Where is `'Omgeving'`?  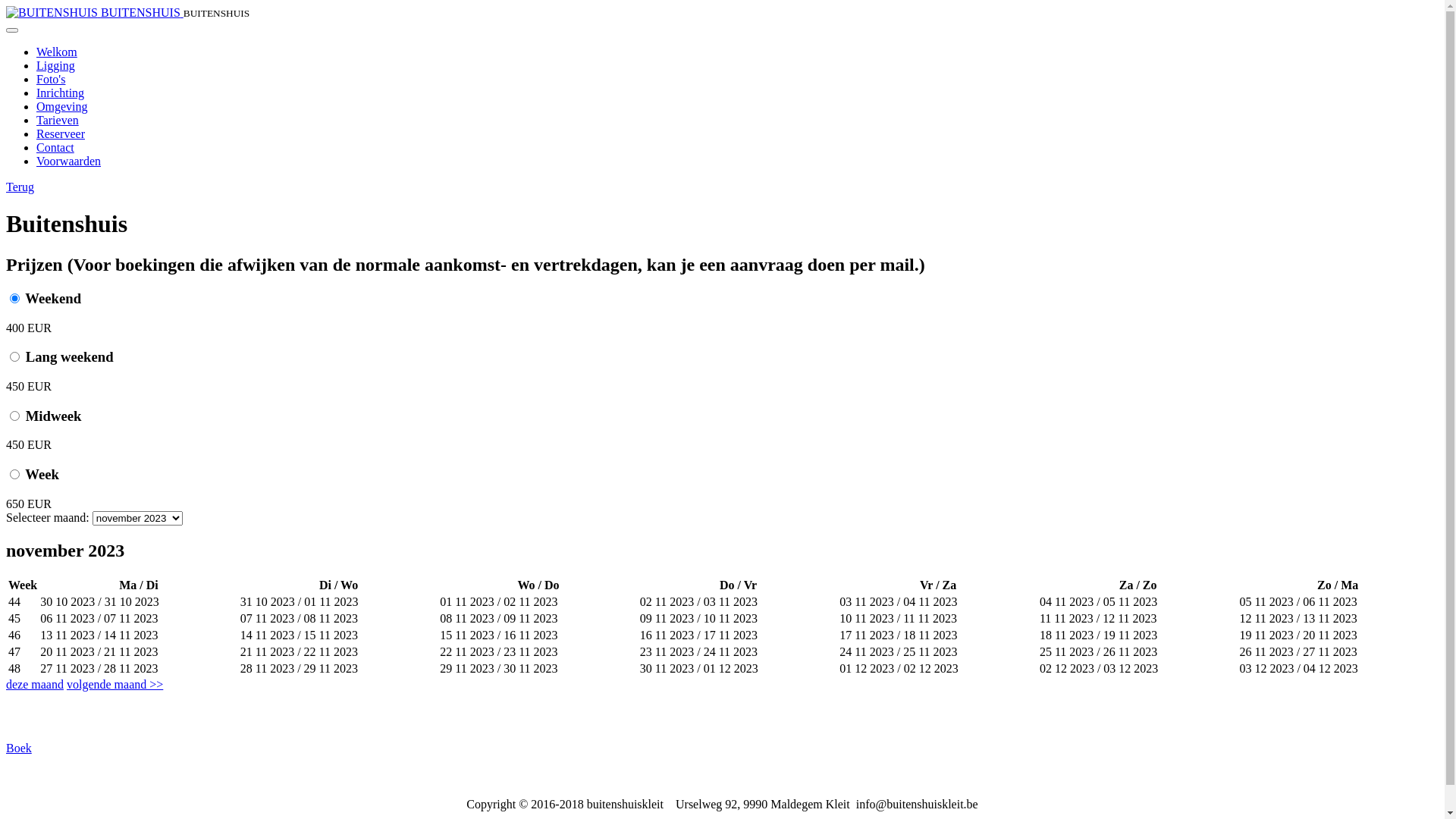 'Omgeving' is located at coordinates (61, 105).